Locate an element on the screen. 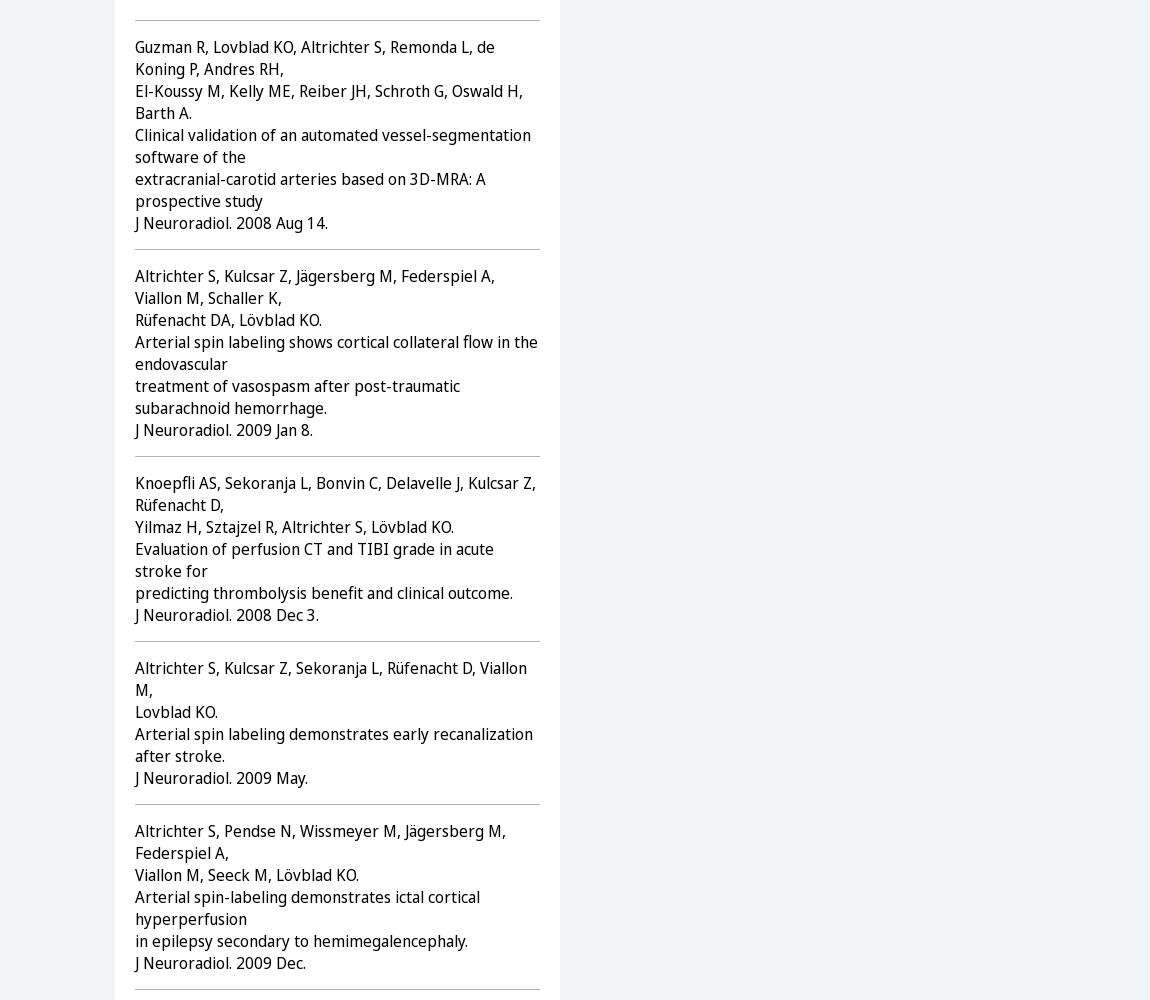  'Clinical validation of an automated vessel-segmentation software of the' is located at coordinates (333, 145).